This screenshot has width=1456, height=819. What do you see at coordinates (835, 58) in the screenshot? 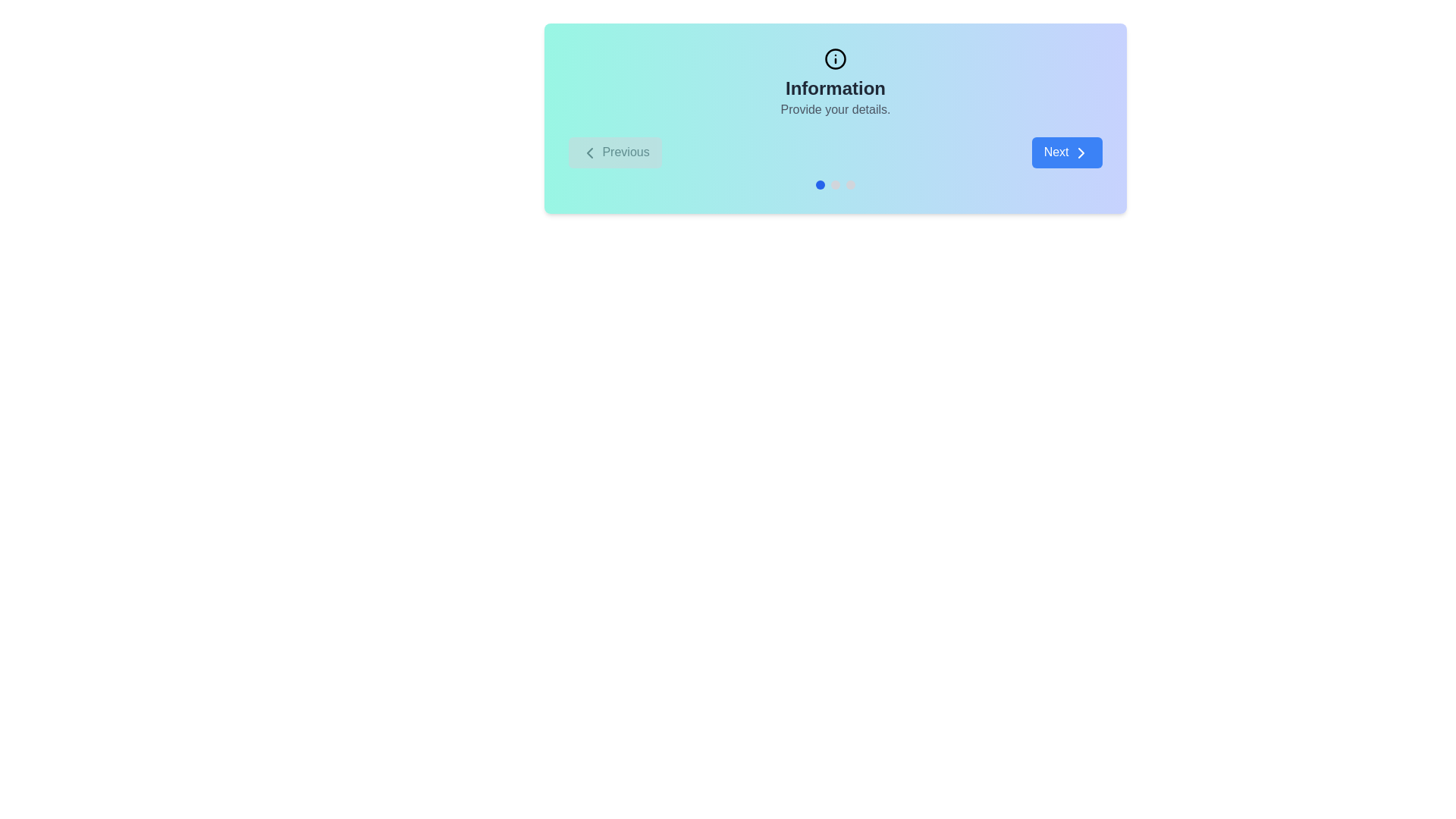
I see `the icon representing the current step and observe its details` at bounding box center [835, 58].